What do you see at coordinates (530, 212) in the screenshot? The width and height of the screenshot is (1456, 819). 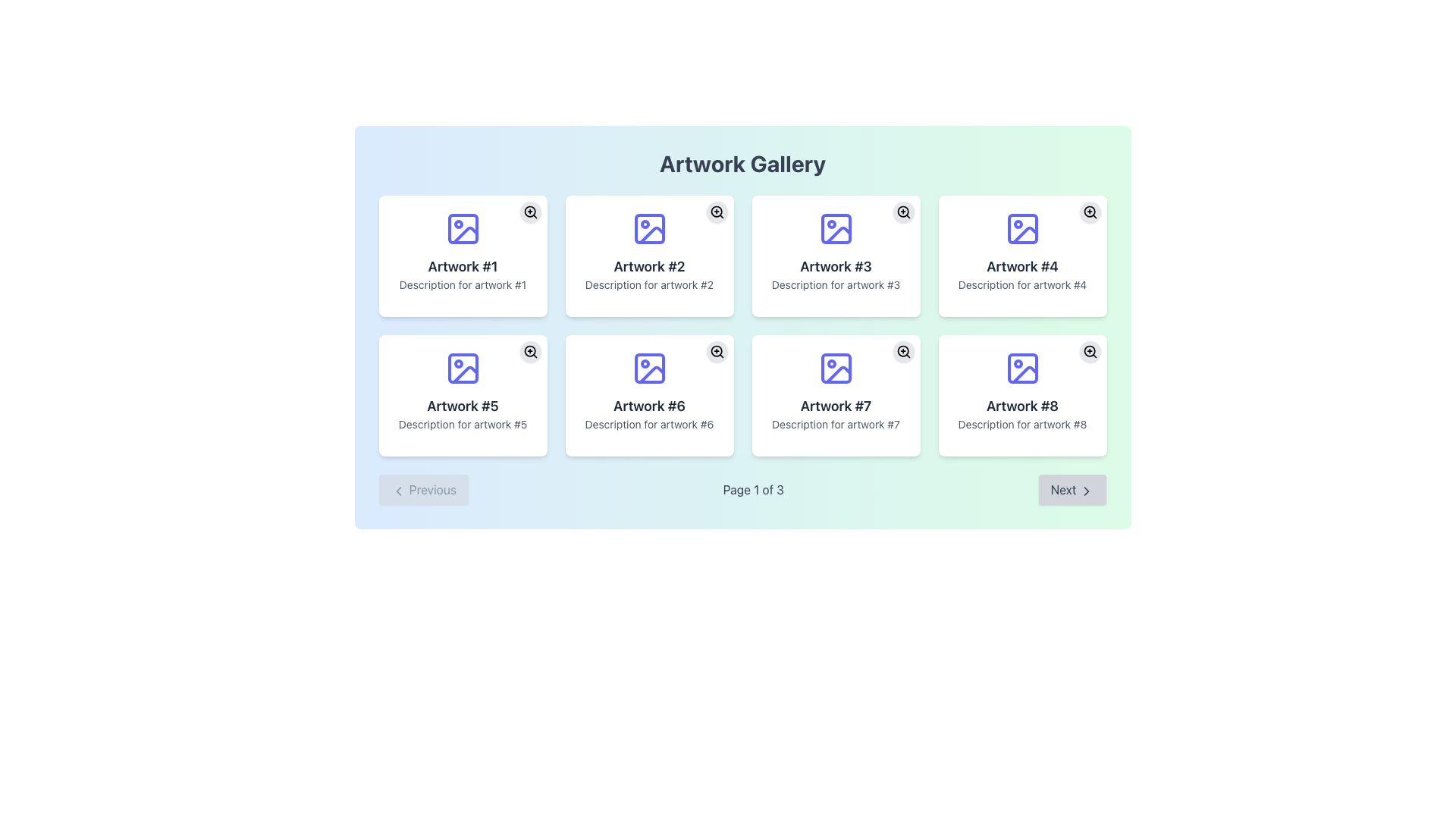 I see `the small circular button with a magnifying glass icon located at the top-right corner of the 'Artwork #1' card to trigger the hover effect` at bounding box center [530, 212].